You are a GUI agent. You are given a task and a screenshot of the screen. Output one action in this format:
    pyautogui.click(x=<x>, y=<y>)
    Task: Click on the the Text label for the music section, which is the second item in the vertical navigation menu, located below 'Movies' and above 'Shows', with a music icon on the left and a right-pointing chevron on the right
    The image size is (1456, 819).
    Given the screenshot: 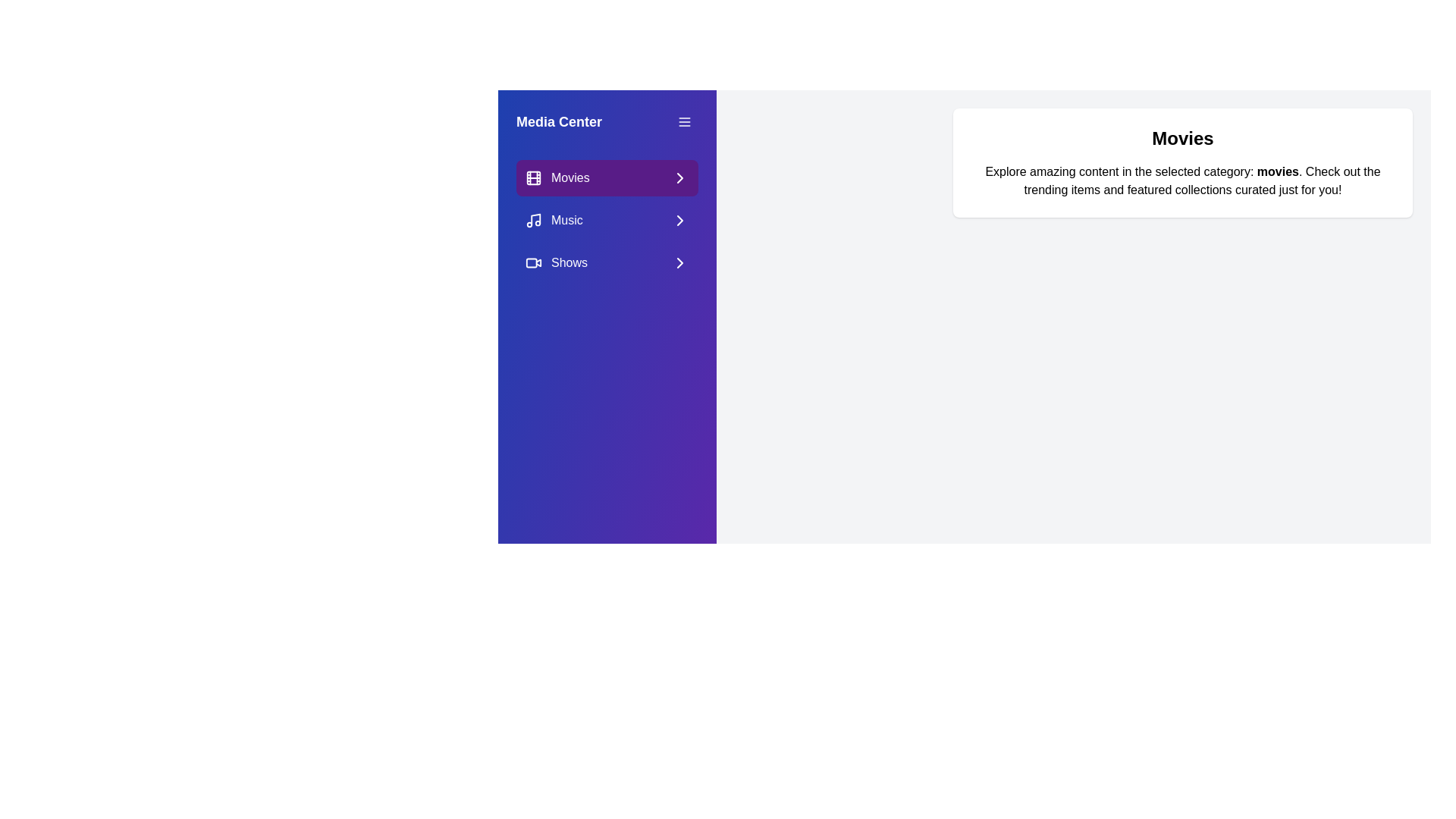 What is the action you would take?
    pyautogui.click(x=566, y=220)
    